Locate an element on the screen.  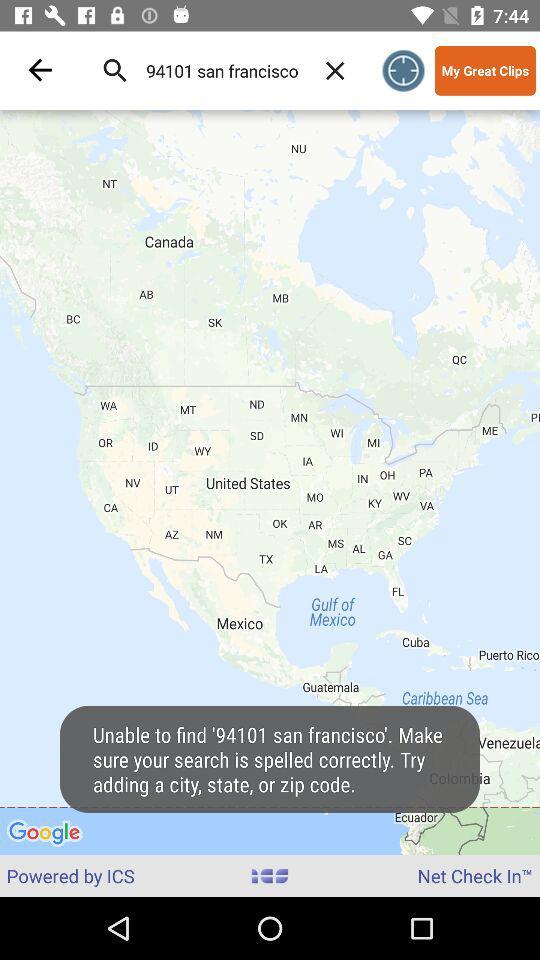
item next to the 94101 san francisco is located at coordinates (335, 70).